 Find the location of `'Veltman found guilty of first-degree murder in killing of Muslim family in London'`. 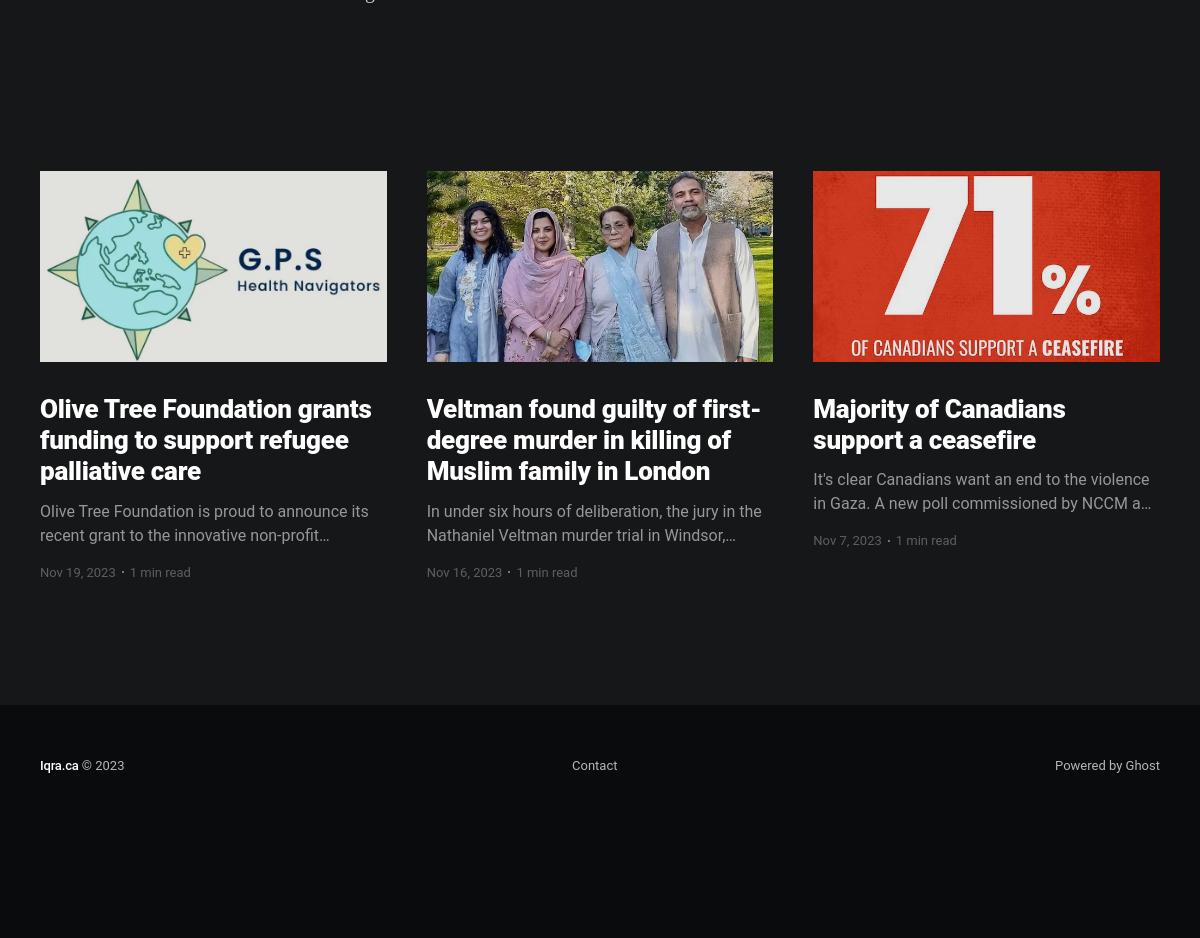

'Veltman found guilty of first-degree murder in killing of Muslim family in London' is located at coordinates (592, 439).